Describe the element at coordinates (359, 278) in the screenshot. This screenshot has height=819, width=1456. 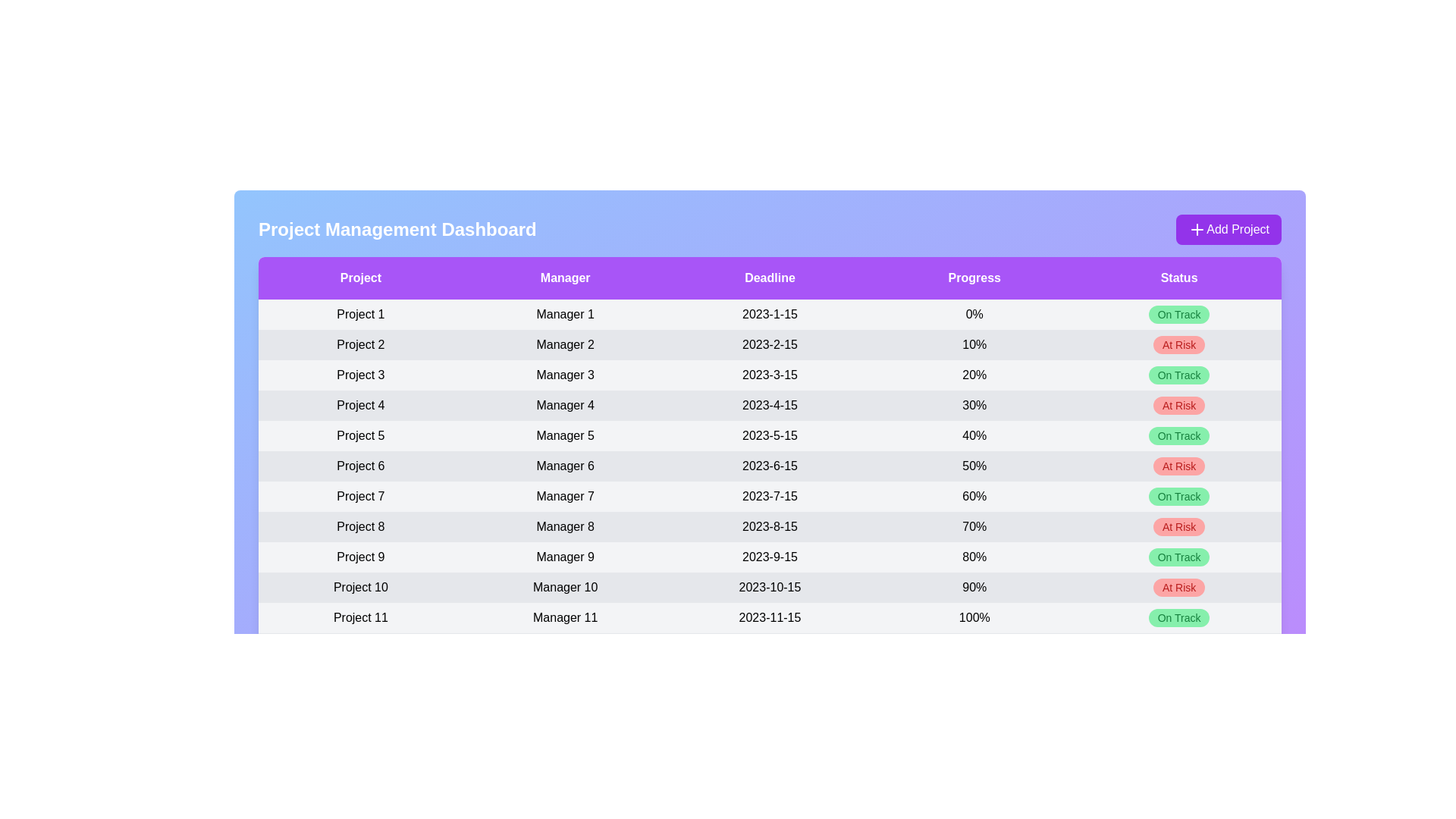
I see `the column header labeled Project to sort the table by that column` at that location.